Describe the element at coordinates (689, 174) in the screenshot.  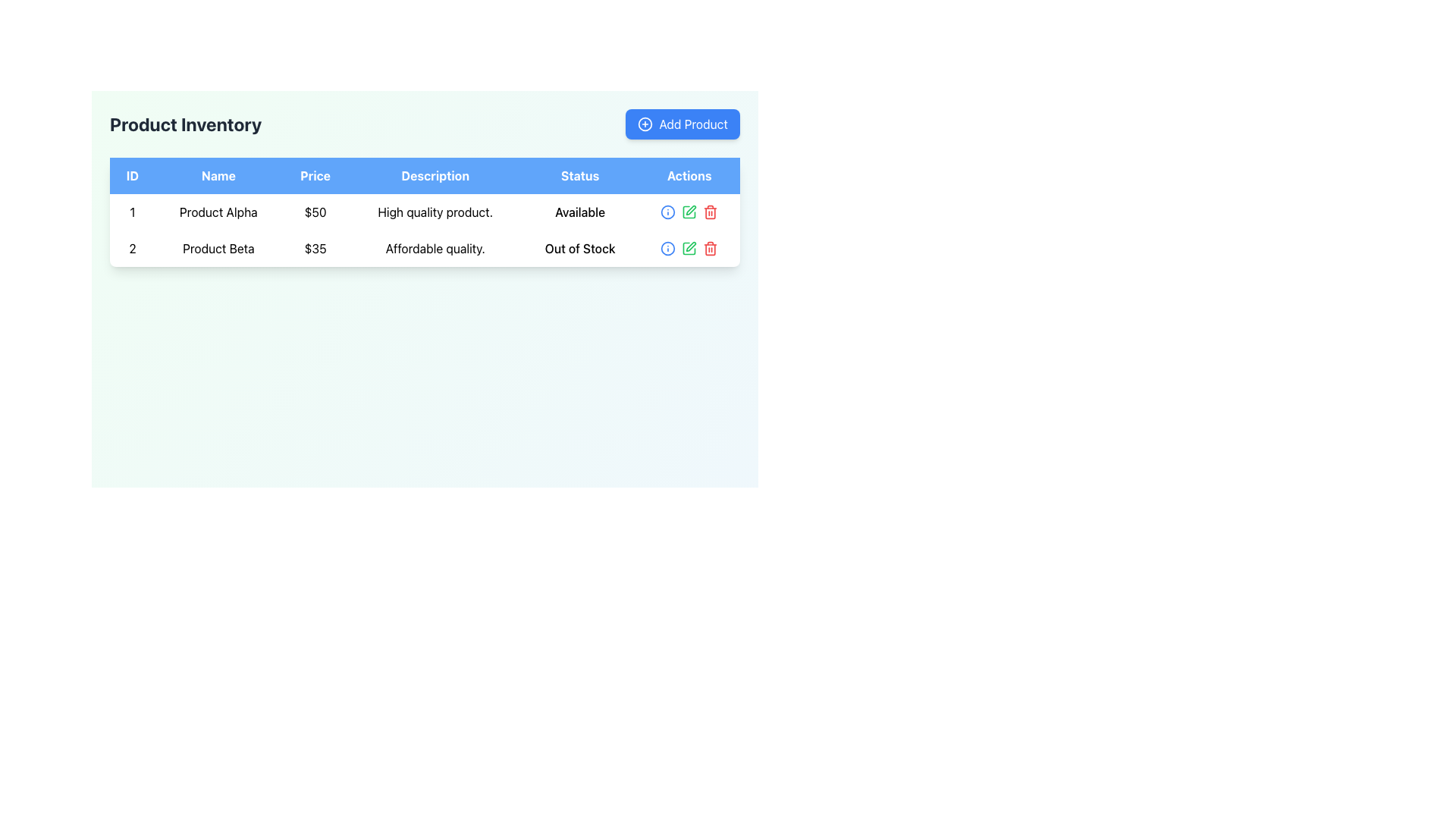
I see `the Text Element that labels the last column of the table in the header row, located after the 'Status' column` at that location.